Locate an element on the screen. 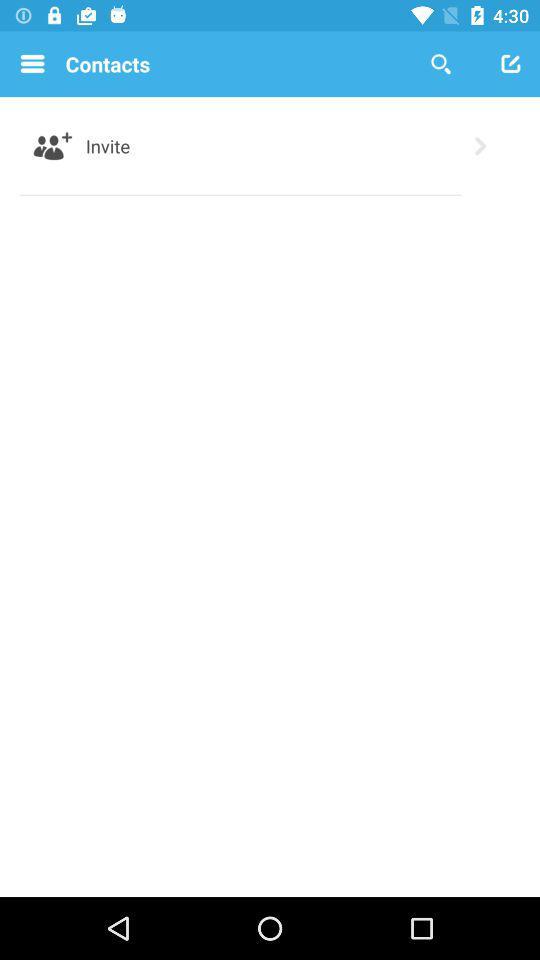  the item next to invite is located at coordinates (479, 145).